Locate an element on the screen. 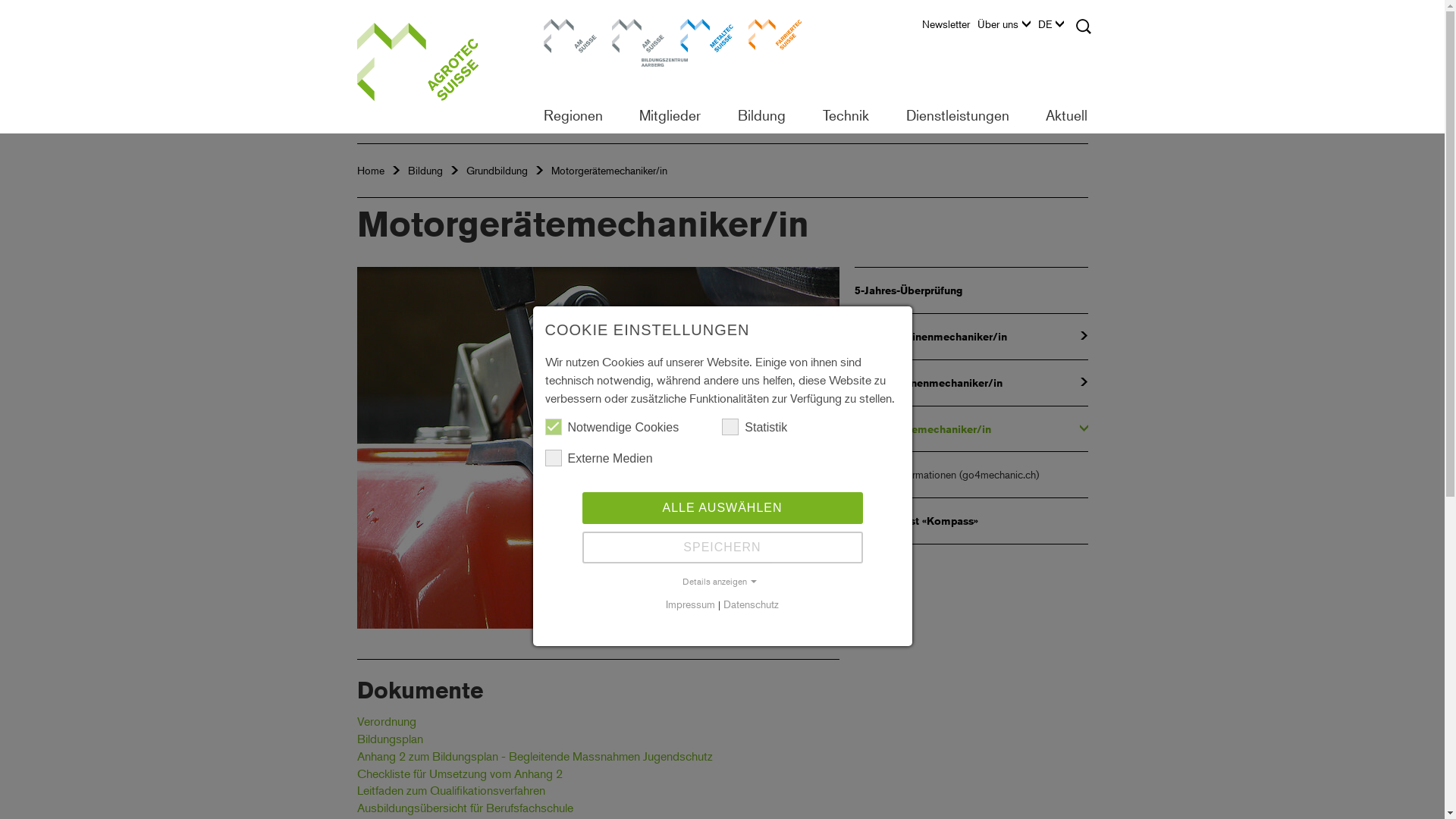 This screenshot has width=1456, height=819. 'Metaltec Suisse' is located at coordinates (679, 45).